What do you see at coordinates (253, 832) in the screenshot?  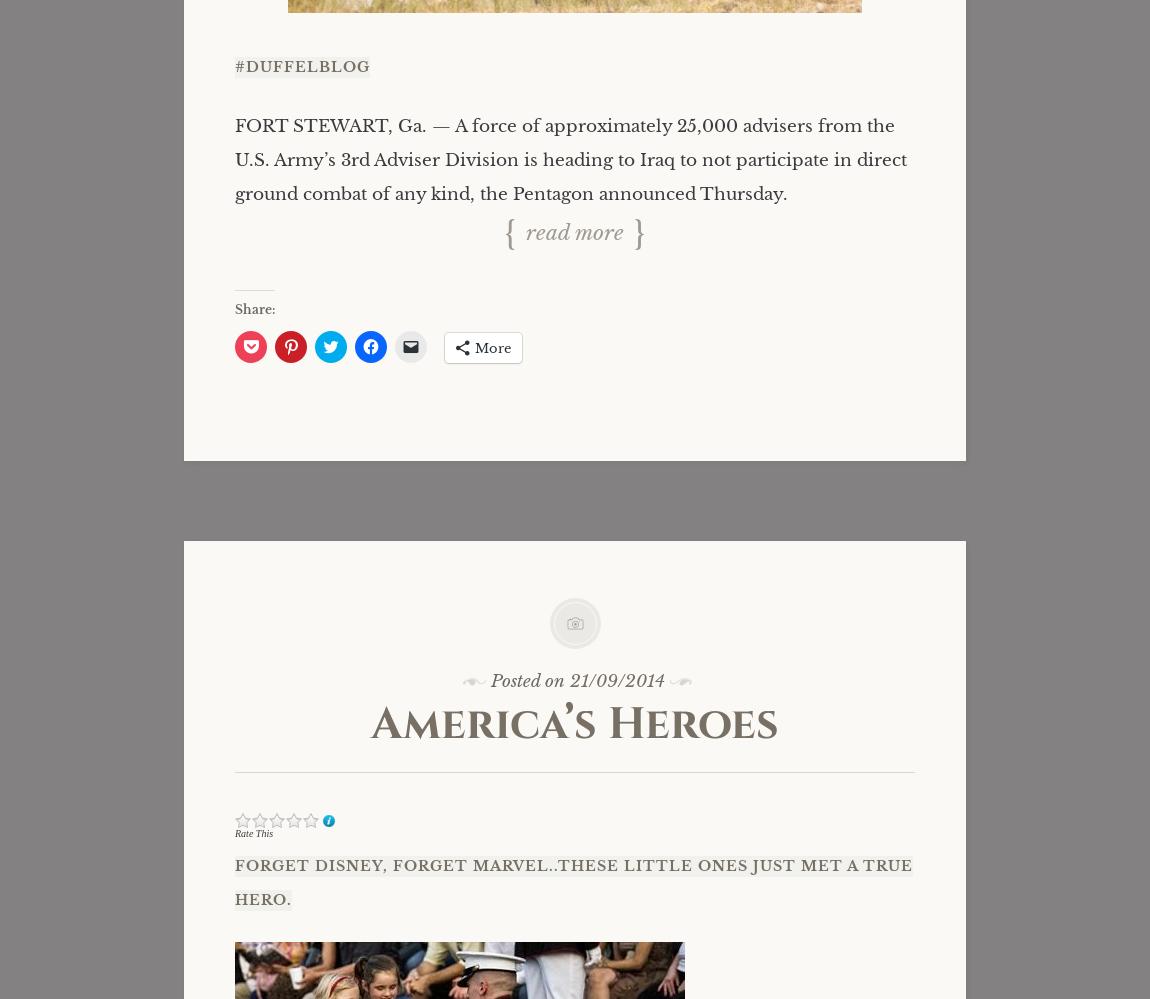 I see `'Rate This'` at bounding box center [253, 832].